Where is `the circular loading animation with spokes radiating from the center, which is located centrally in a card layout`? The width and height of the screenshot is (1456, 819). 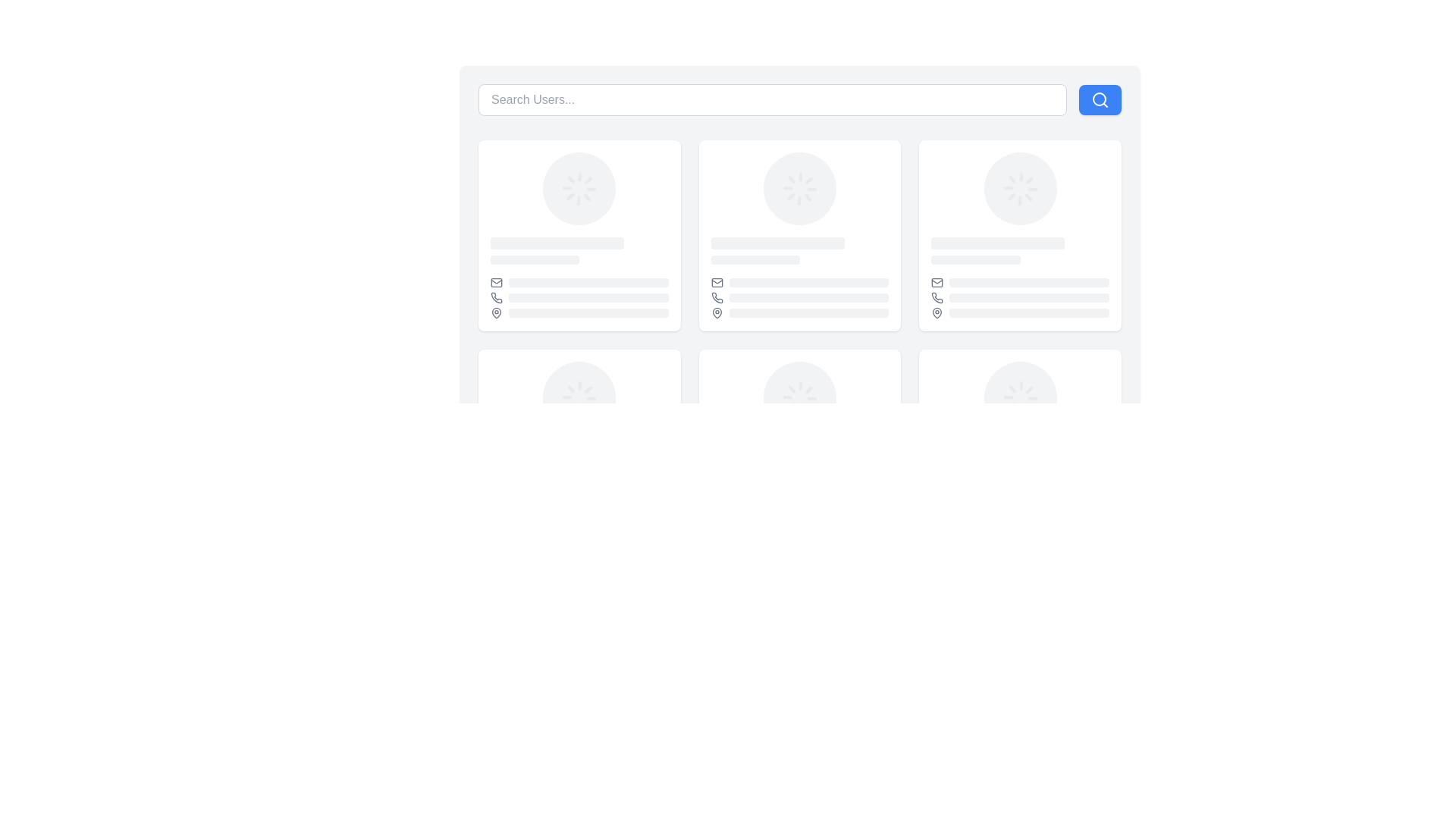 the circular loading animation with spokes radiating from the center, which is located centrally in a card layout is located at coordinates (799, 397).